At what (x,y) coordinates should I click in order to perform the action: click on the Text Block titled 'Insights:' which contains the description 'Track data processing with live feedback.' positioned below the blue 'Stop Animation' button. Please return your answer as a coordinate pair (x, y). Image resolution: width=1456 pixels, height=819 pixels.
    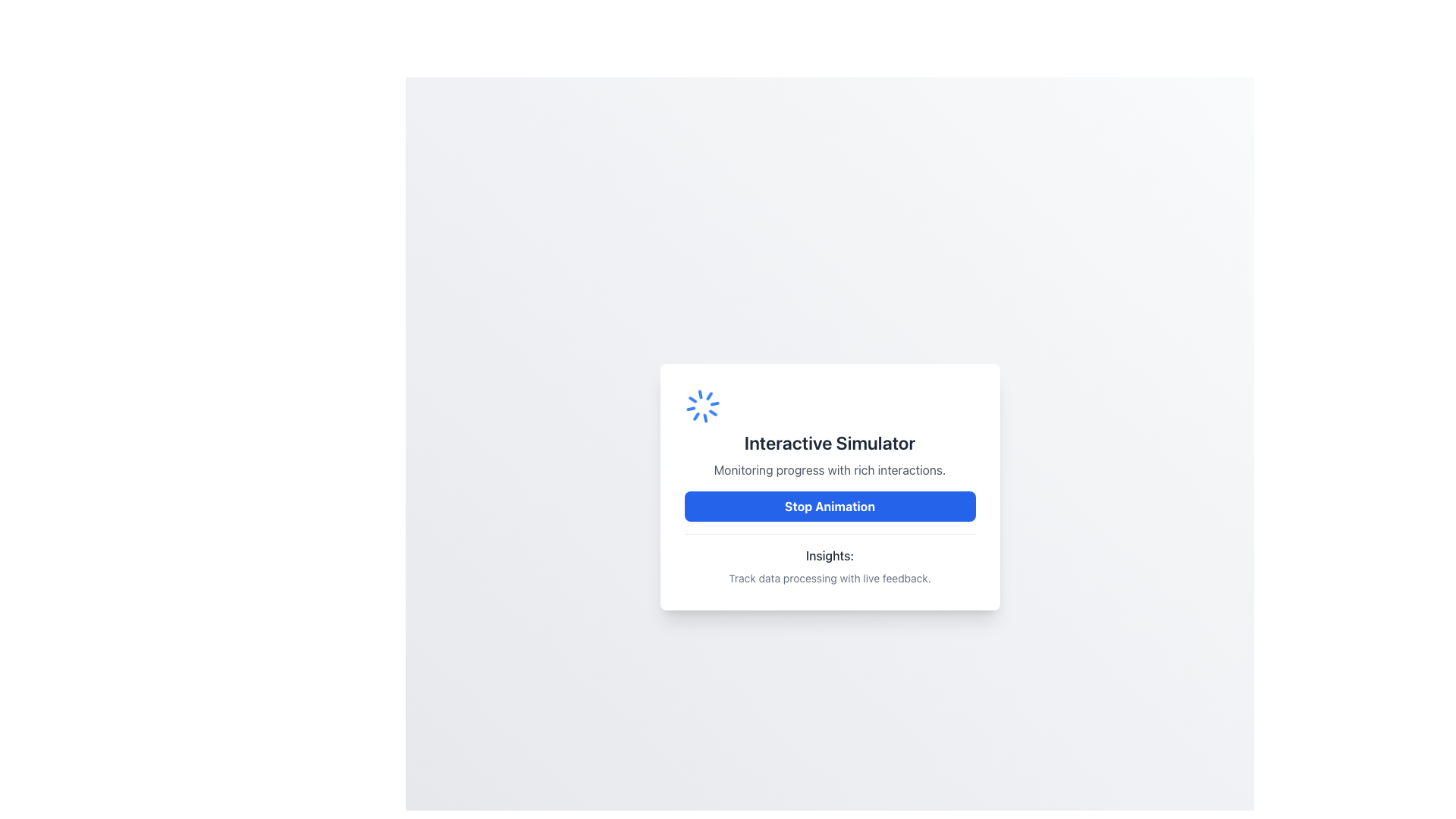
    Looking at the image, I should click on (829, 559).